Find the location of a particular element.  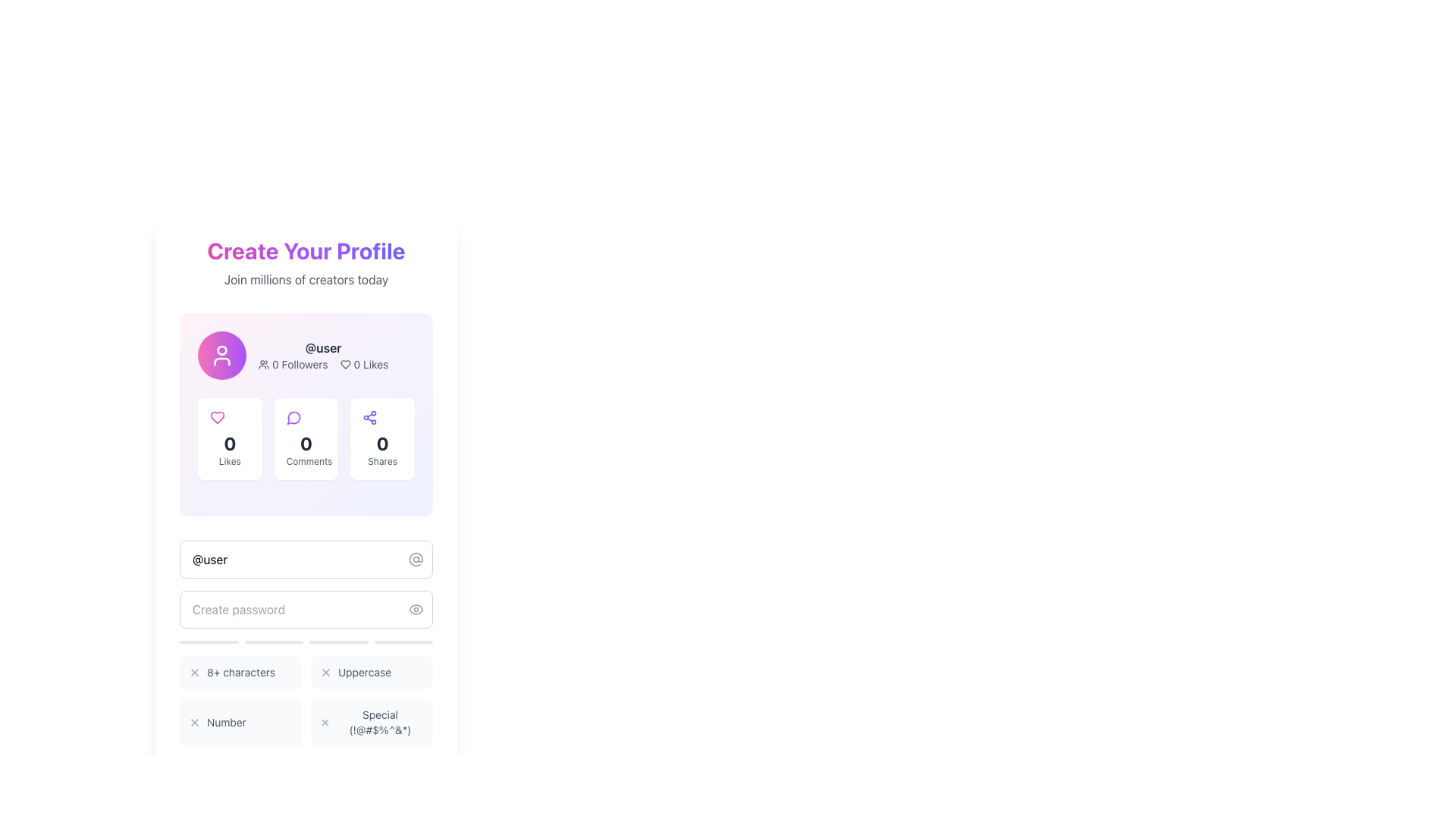

the Label with Icon that indicates the number of followers associated with the profile, which is located to the left of the '0 Likes' element below the username '@user' is located at coordinates (293, 365).